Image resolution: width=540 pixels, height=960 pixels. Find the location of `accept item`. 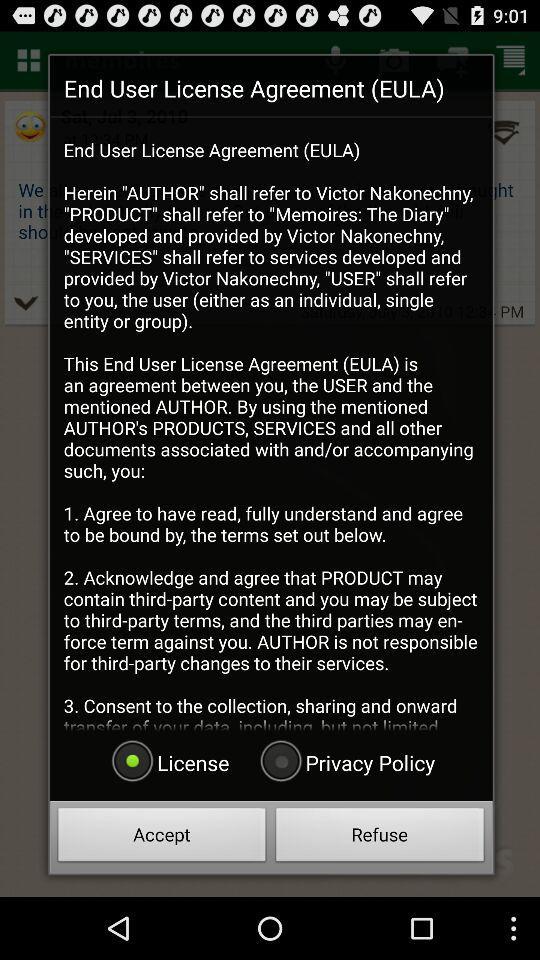

accept item is located at coordinates (161, 837).